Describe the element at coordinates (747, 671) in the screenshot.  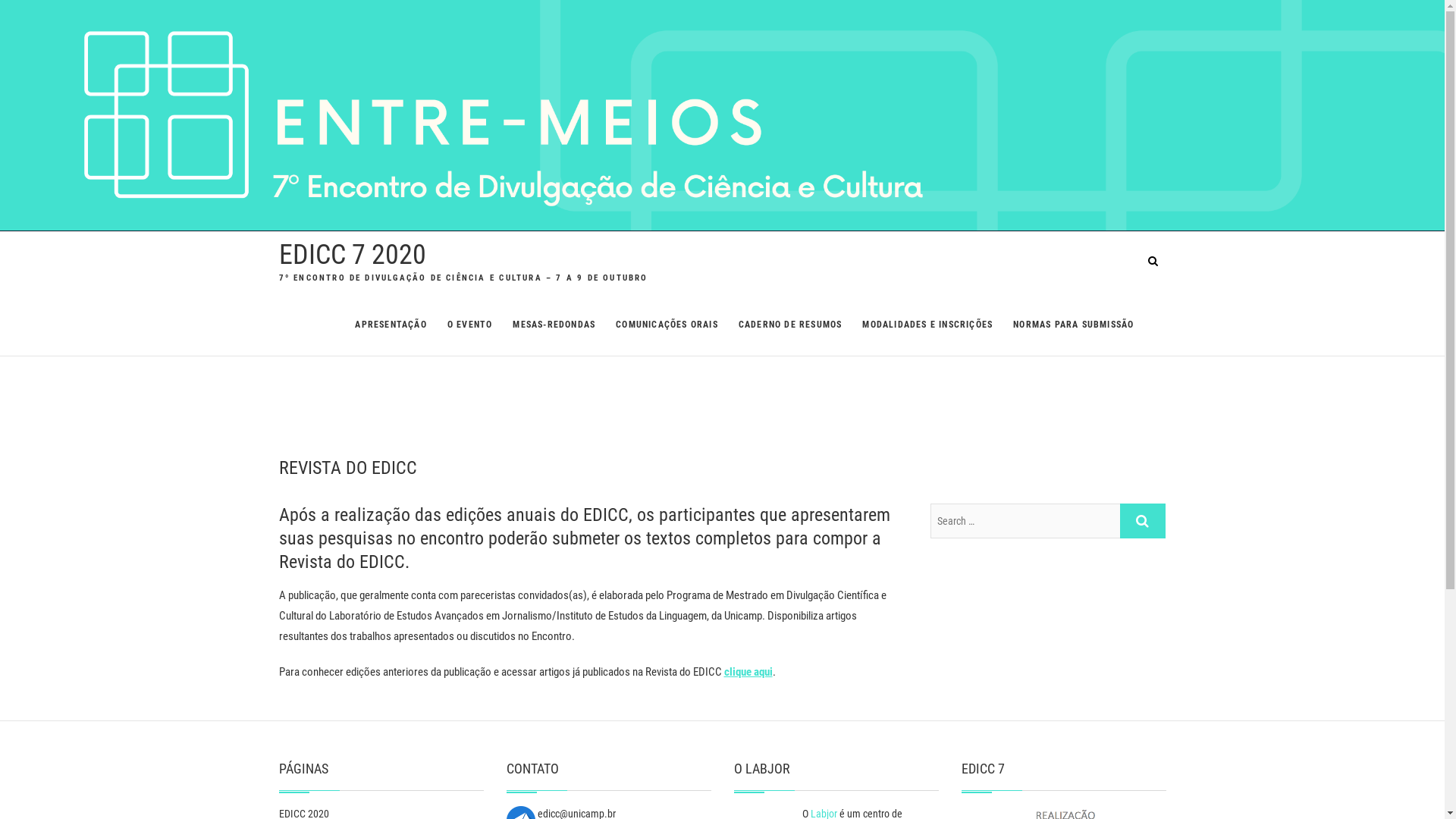
I see `'clique aqui'` at that location.